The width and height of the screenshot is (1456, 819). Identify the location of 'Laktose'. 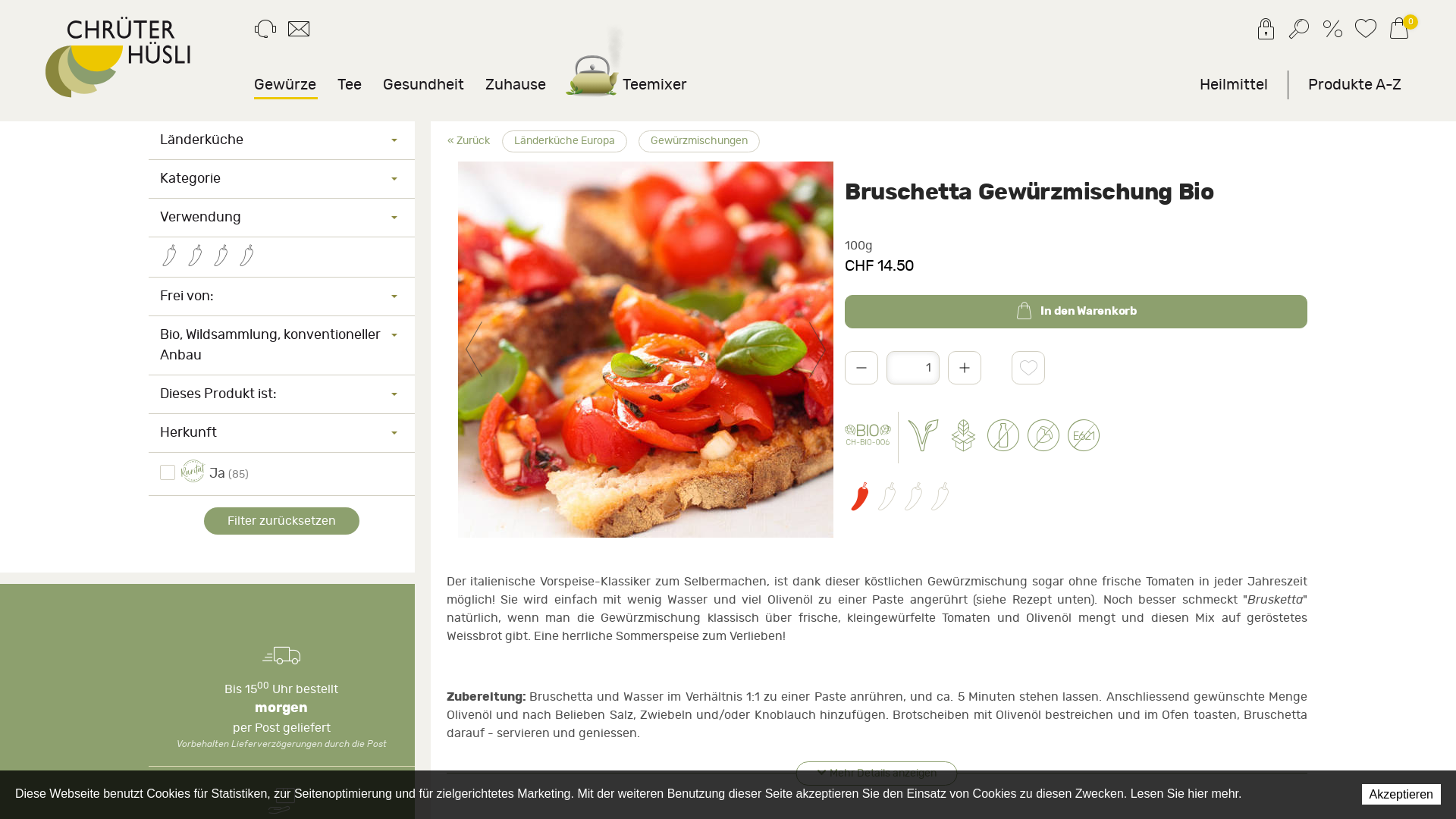
(1003, 438).